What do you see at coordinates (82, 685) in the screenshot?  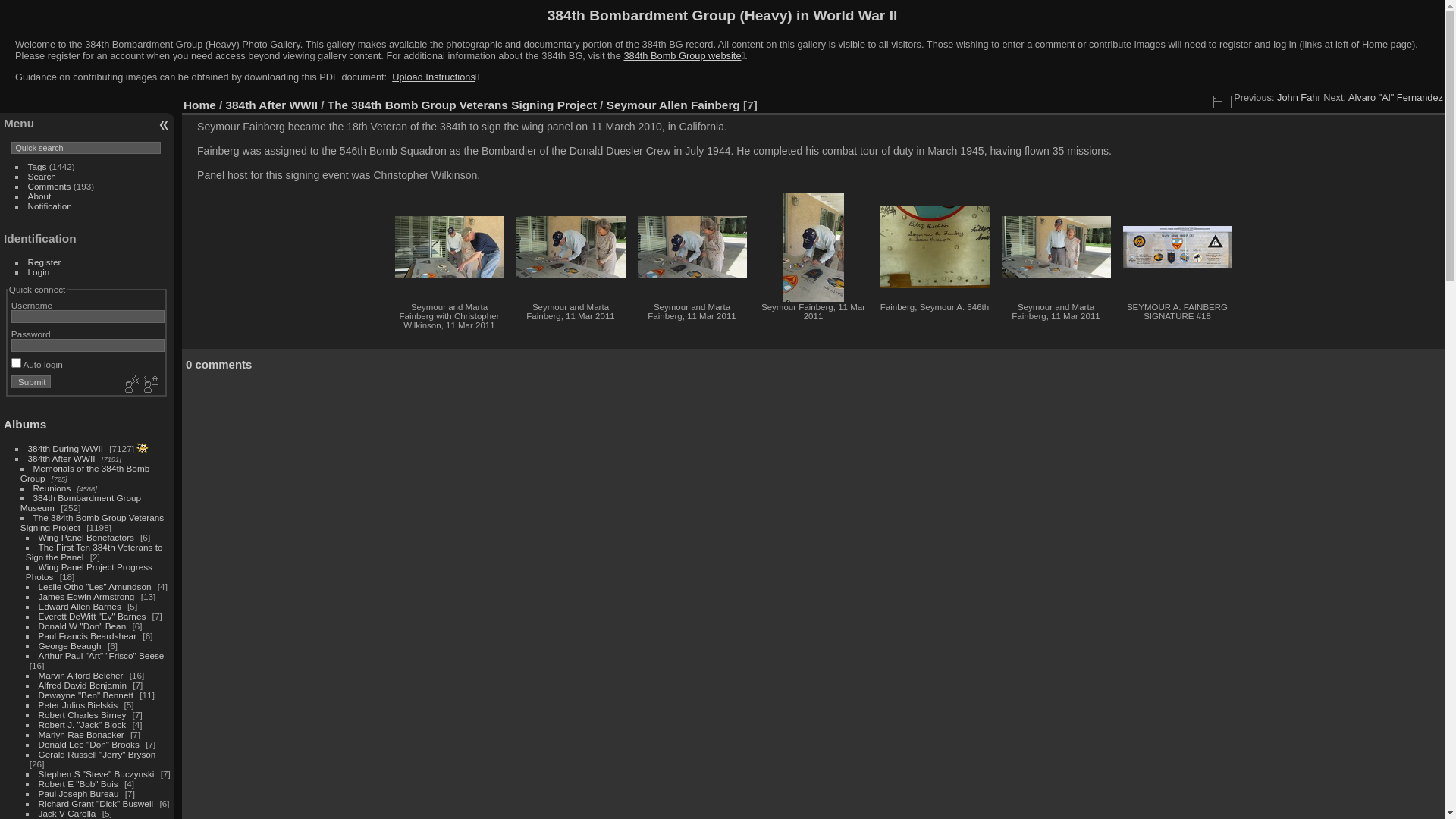 I see `'Alfred David Benjamin'` at bounding box center [82, 685].